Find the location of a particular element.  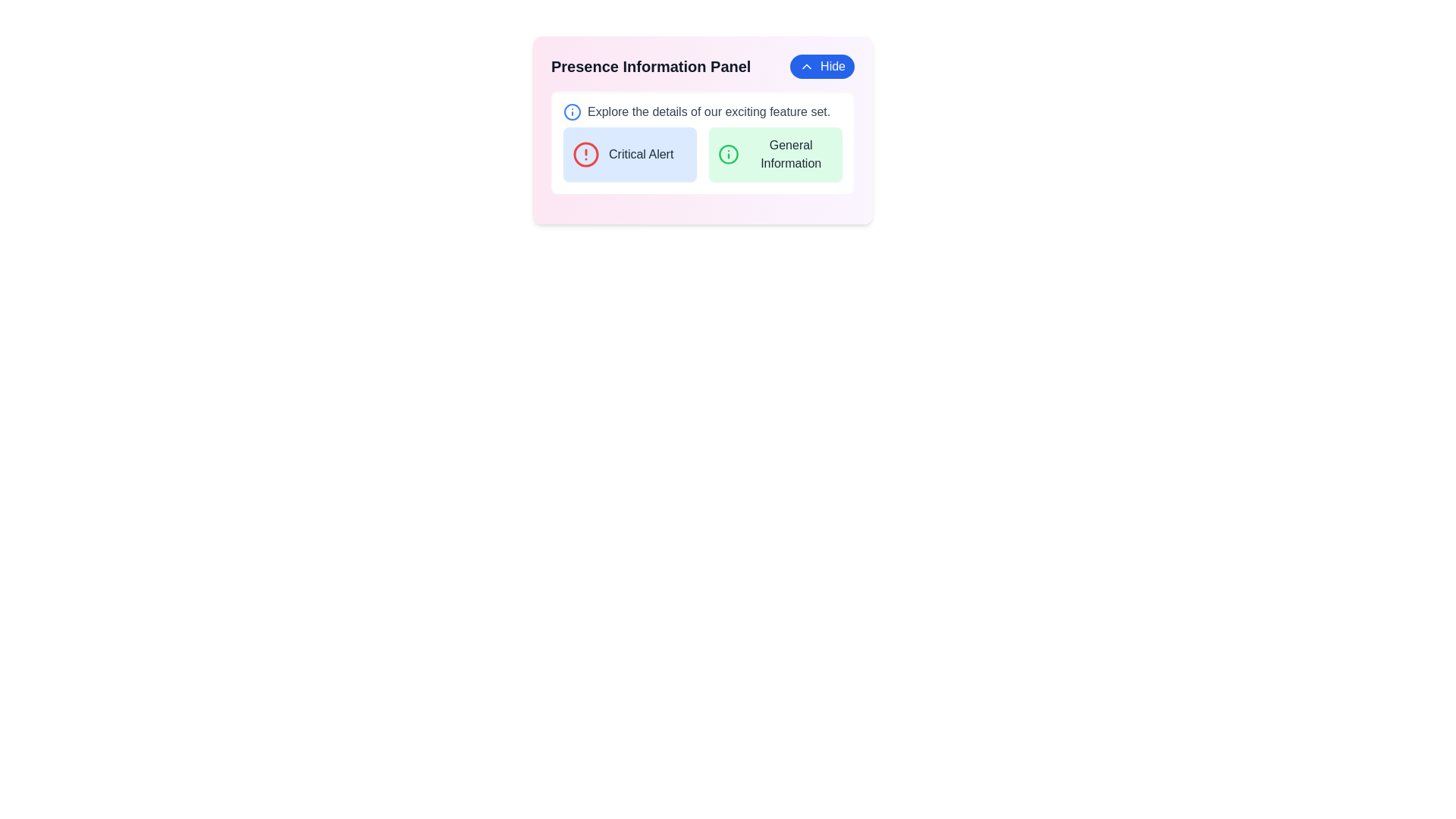

the circular node icon located to the left of the 'info' icon in the 'Presence Information Panel' is located at coordinates (571, 111).